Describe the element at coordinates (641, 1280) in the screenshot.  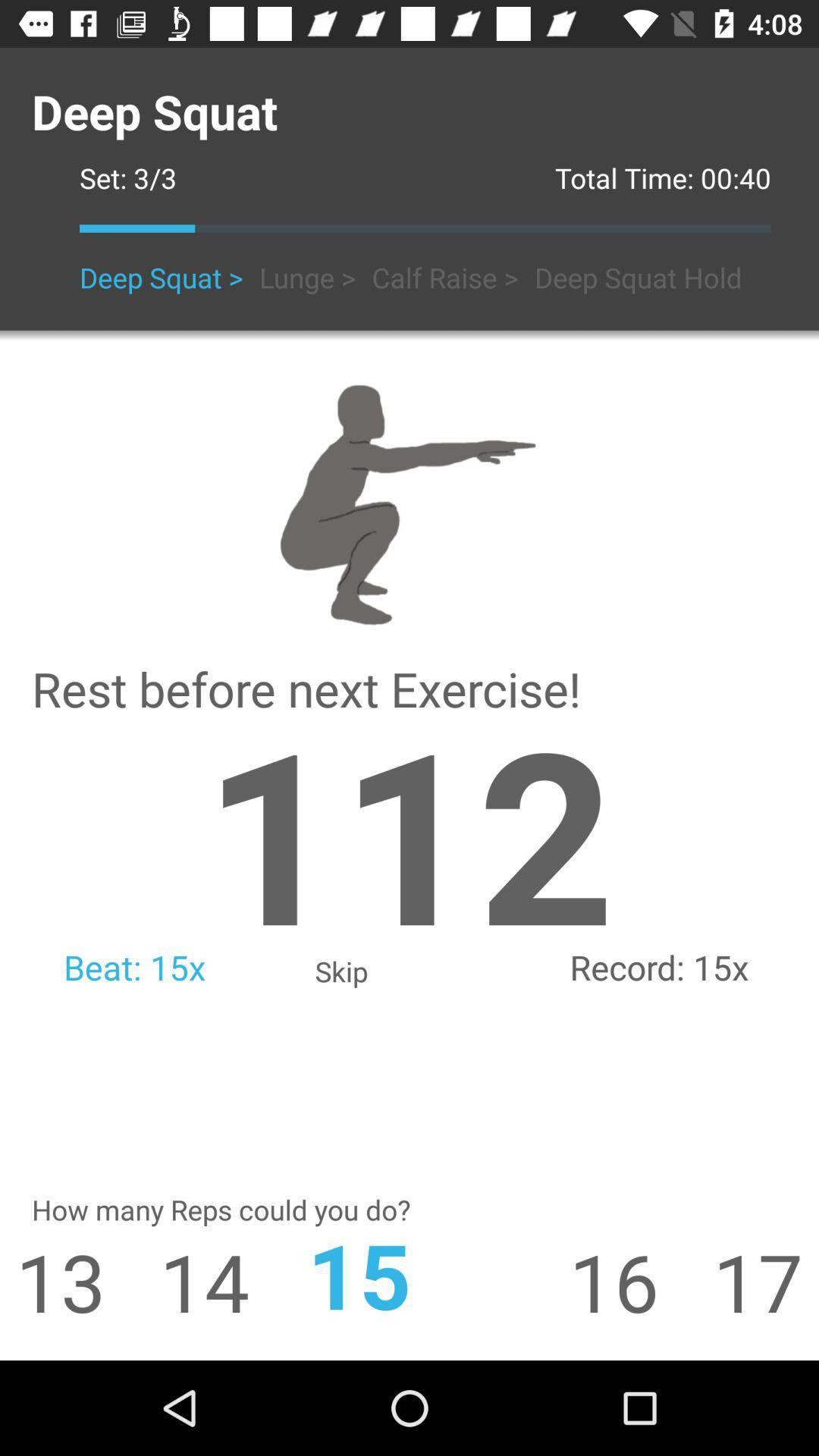
I see `item to the right of 15 item` at that location.